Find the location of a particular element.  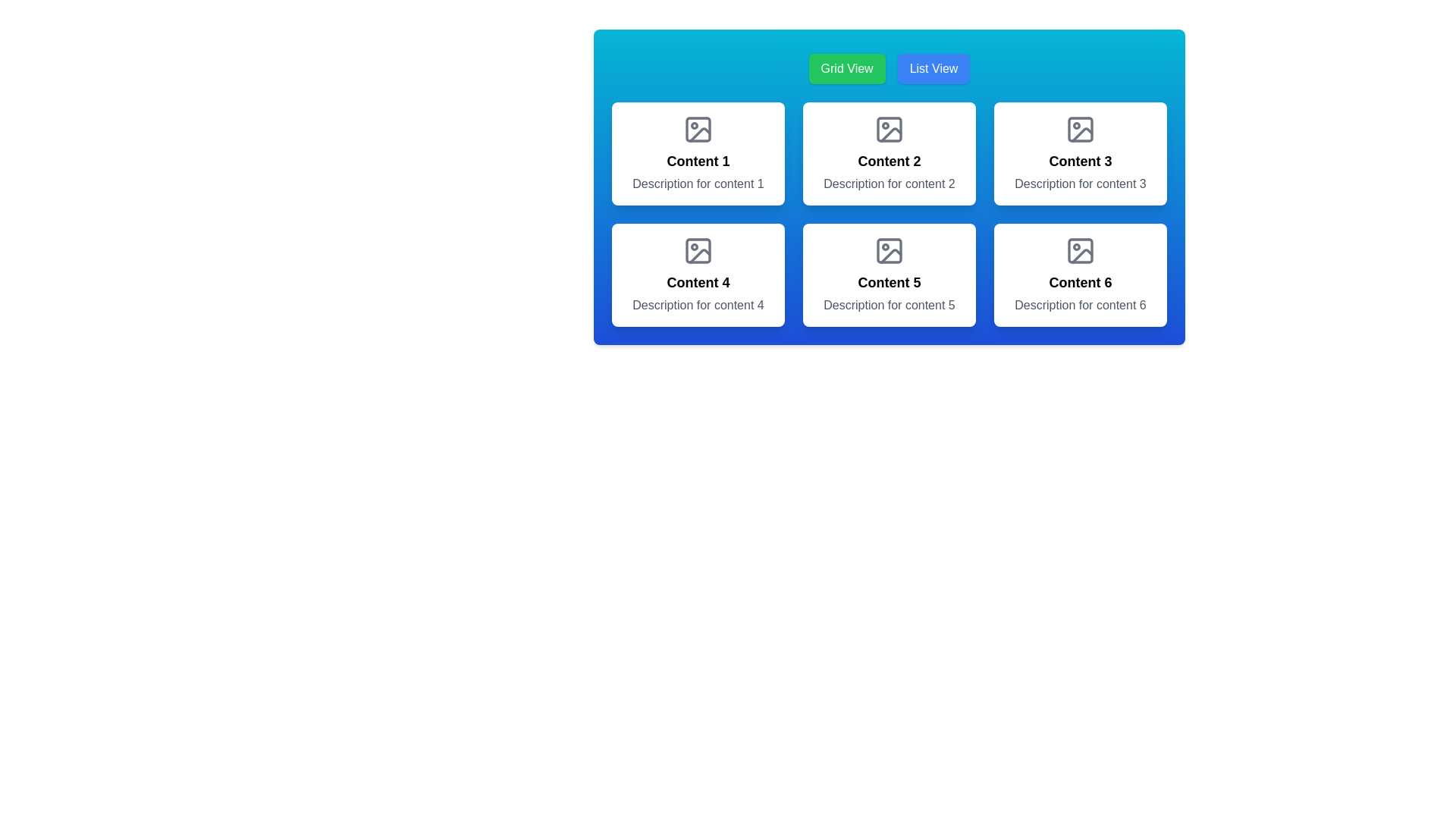

the decorative icon representing media content associated with 'Content 4', located in the second row, first column of the grid layout is located at coordinates (698, 250).